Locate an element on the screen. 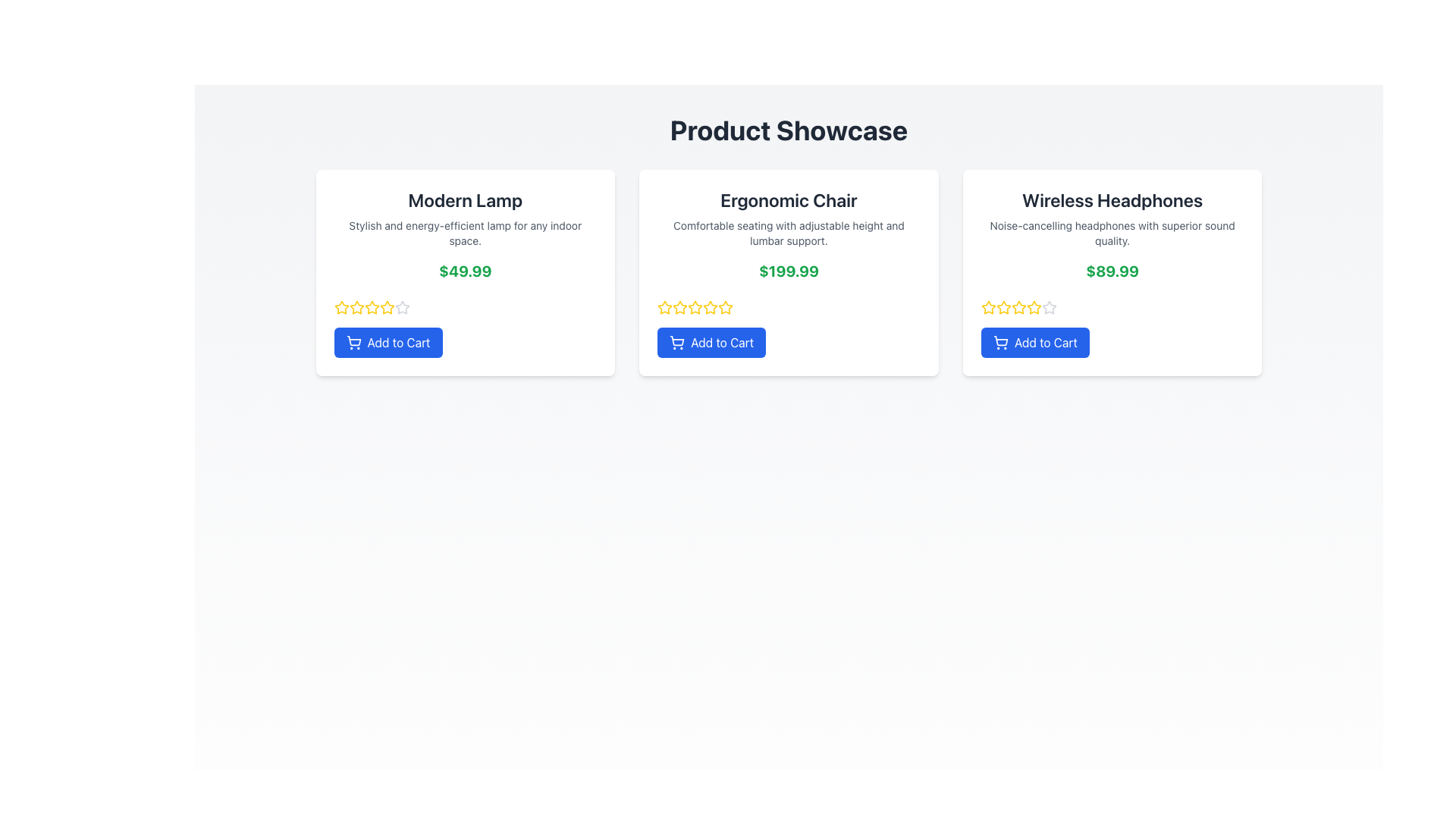  the 'Add to Cart' button for the 'Wireless Headphones' located at the bottom right of the product card is located at coordinates (1034, 342).